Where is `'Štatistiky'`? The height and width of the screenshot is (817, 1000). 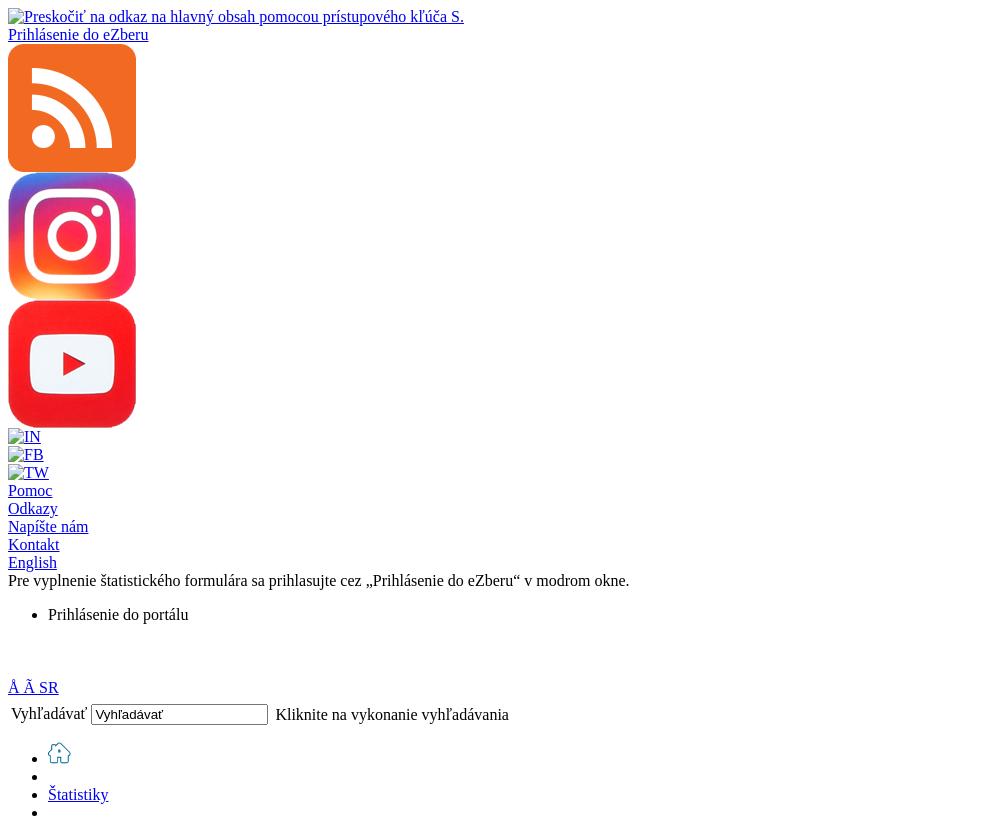
'Štatistiky' is located at coordinates (77, 794).